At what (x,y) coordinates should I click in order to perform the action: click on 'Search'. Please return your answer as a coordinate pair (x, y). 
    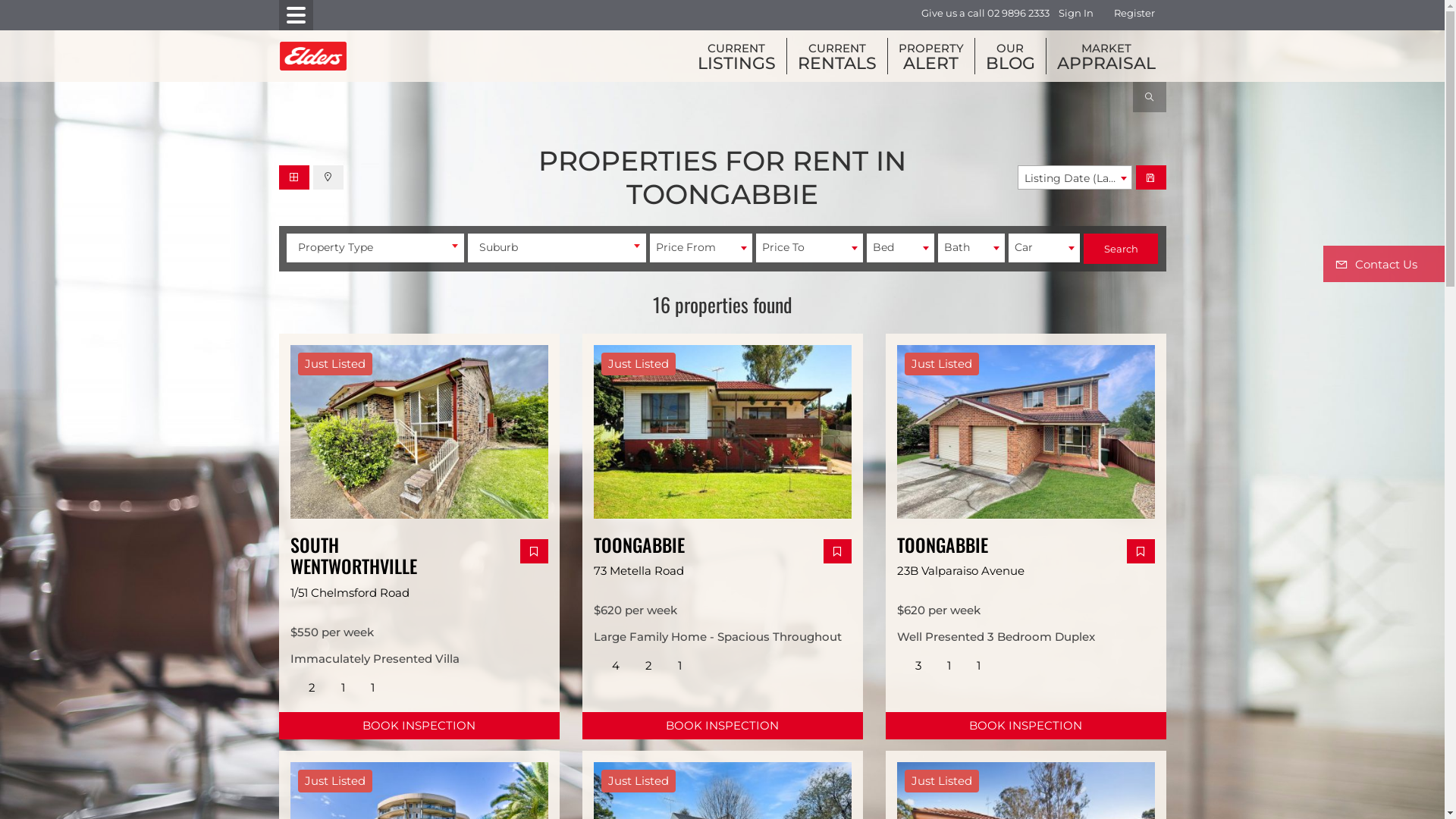
    Looking at the image, I should click on (1121, 247).